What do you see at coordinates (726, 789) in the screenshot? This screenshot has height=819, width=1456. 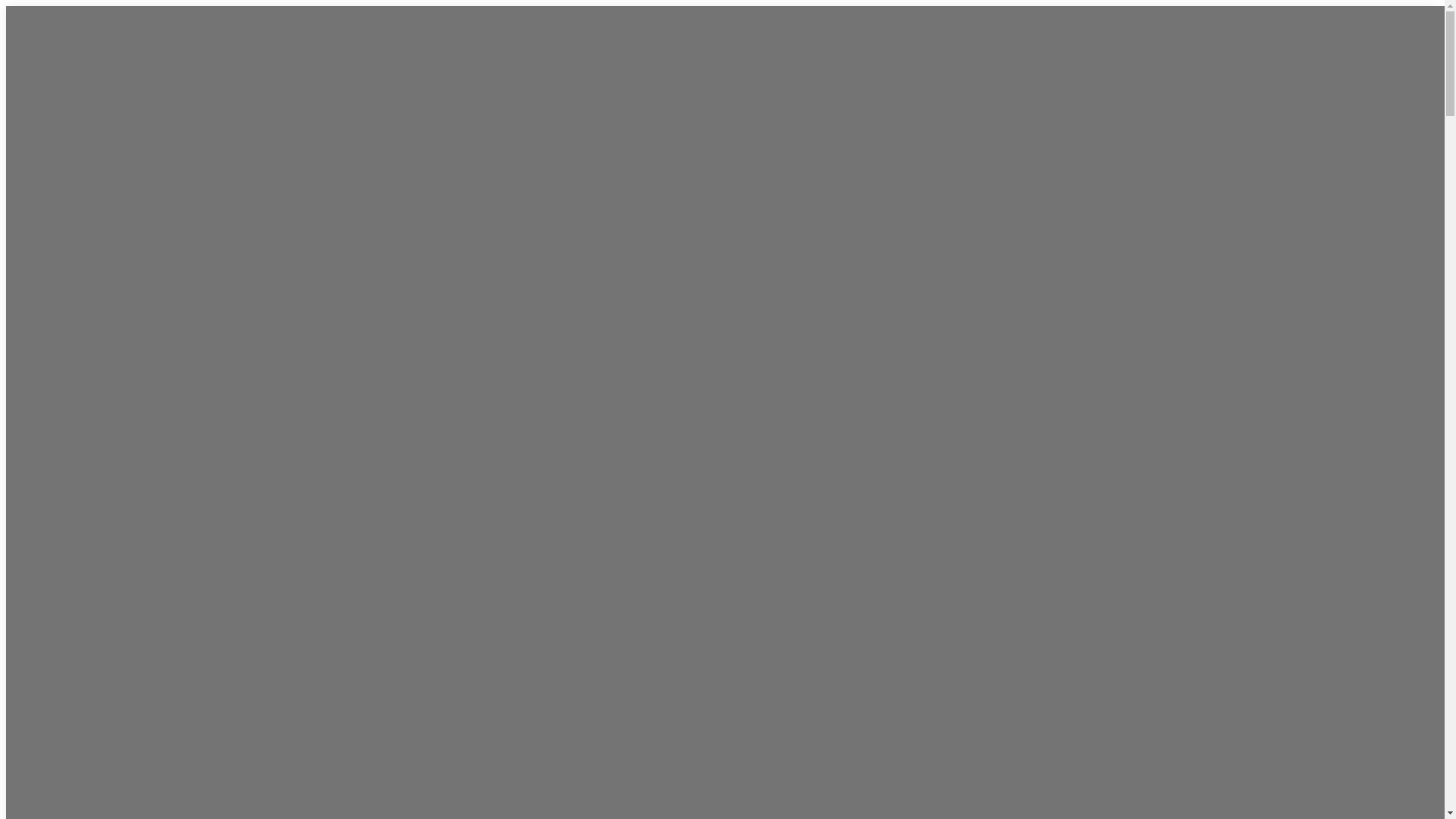 I see `'Land & Environment Court: Wollondilly Shire Council'` at bounding box center [726, 789].